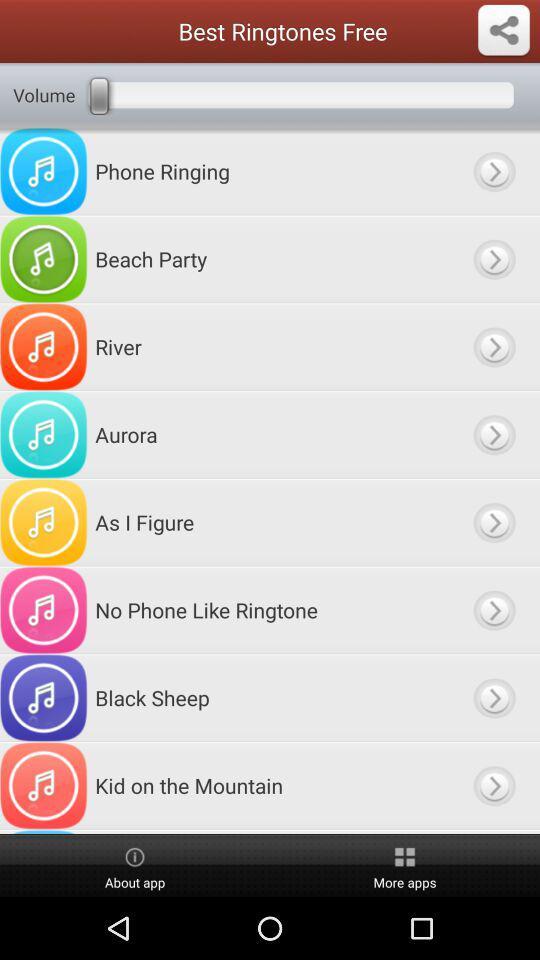 This screenshot has height=960, width=540. I want to click on the fifth next button, so click(492, 521).